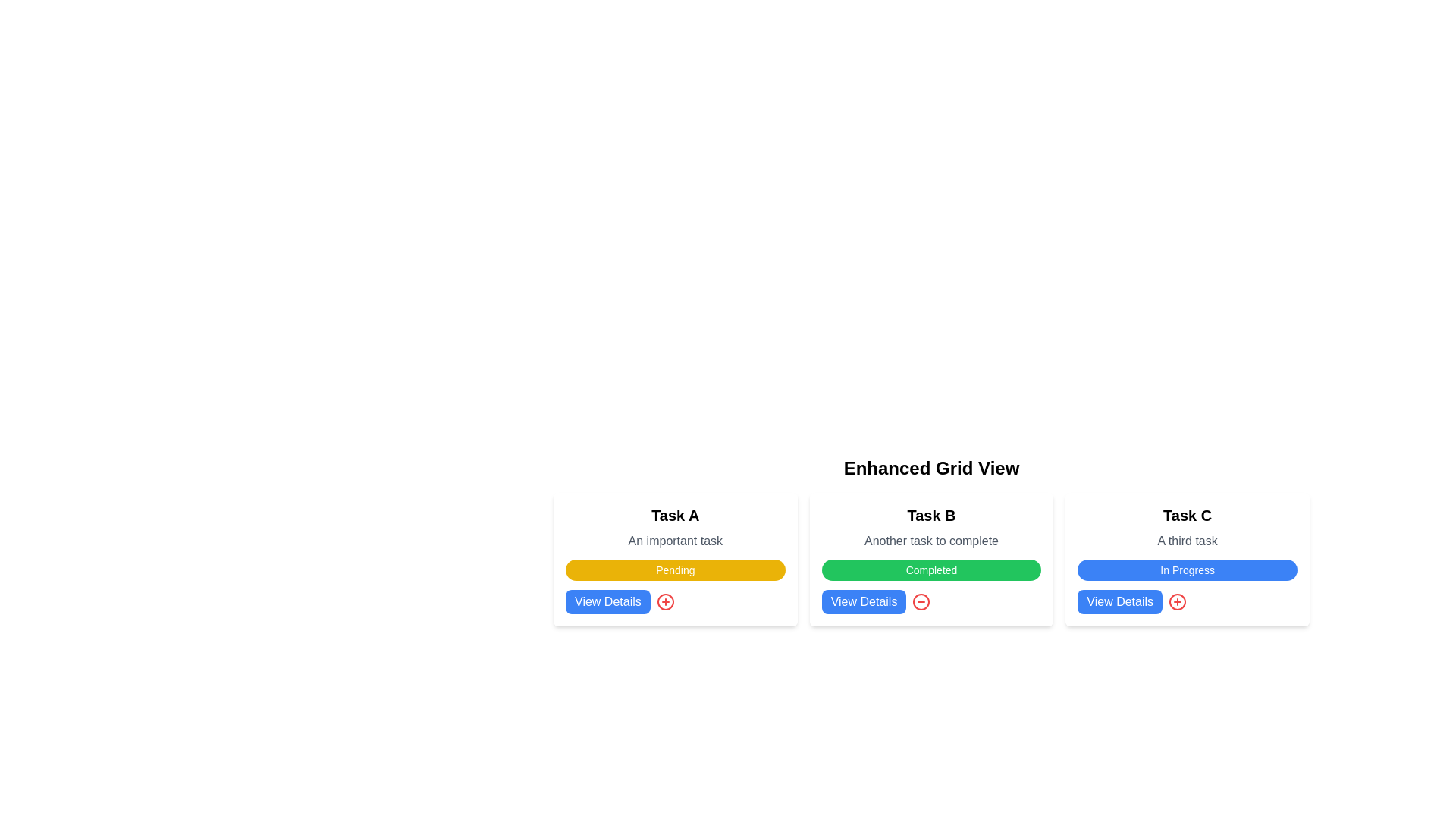 The image size is (1456, 819). I want to click on the 'View Details' button with a blue background and white text, located on the left side of the three equivalent buttons corresponding to 'Task A', so click(607, 601).